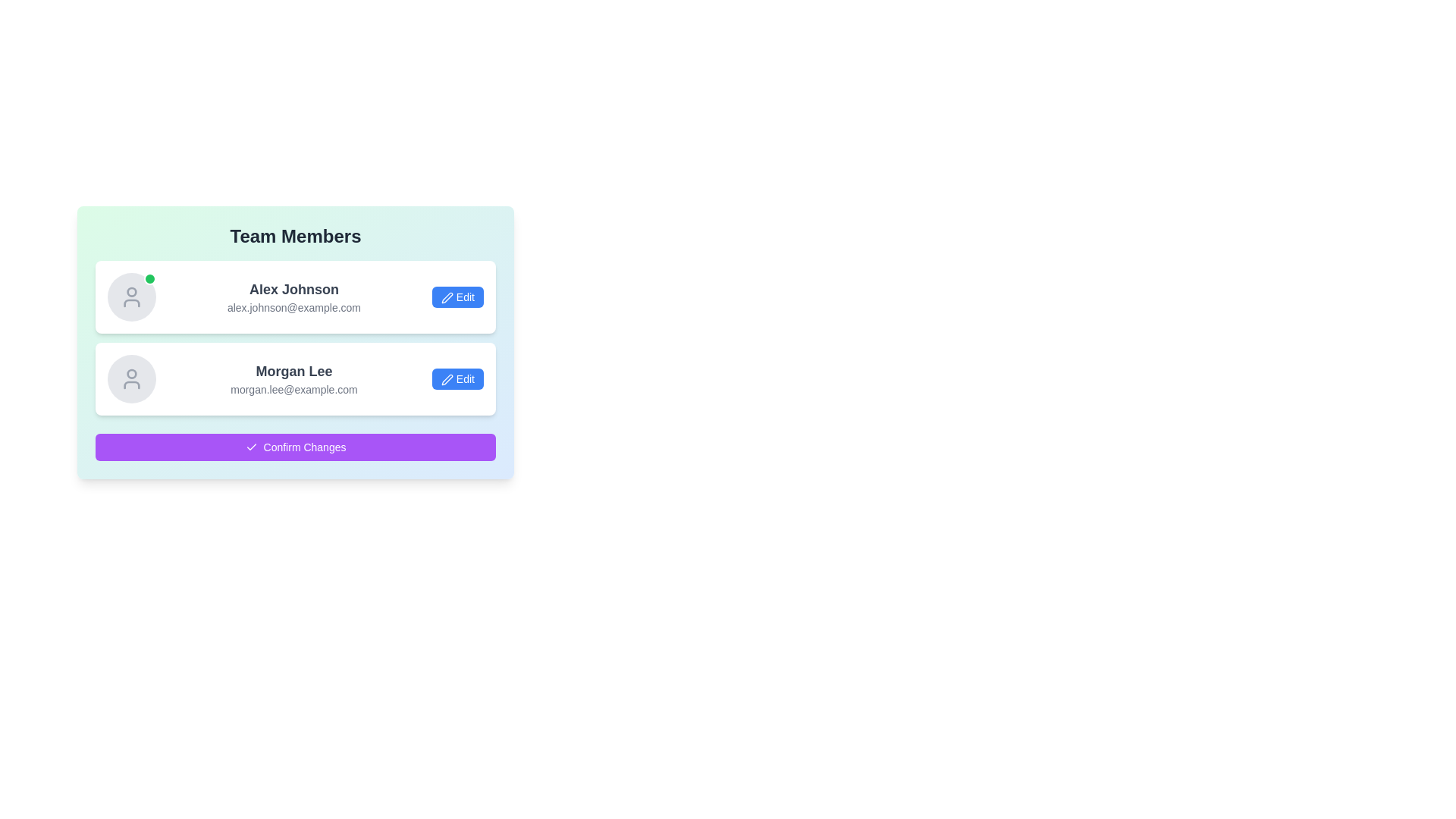  Describe the element at coordinates (131, 378) in the screenshot. I see `the user avatar icon located to the left of the name 'Morgan Lee' in the team members list` at that location.